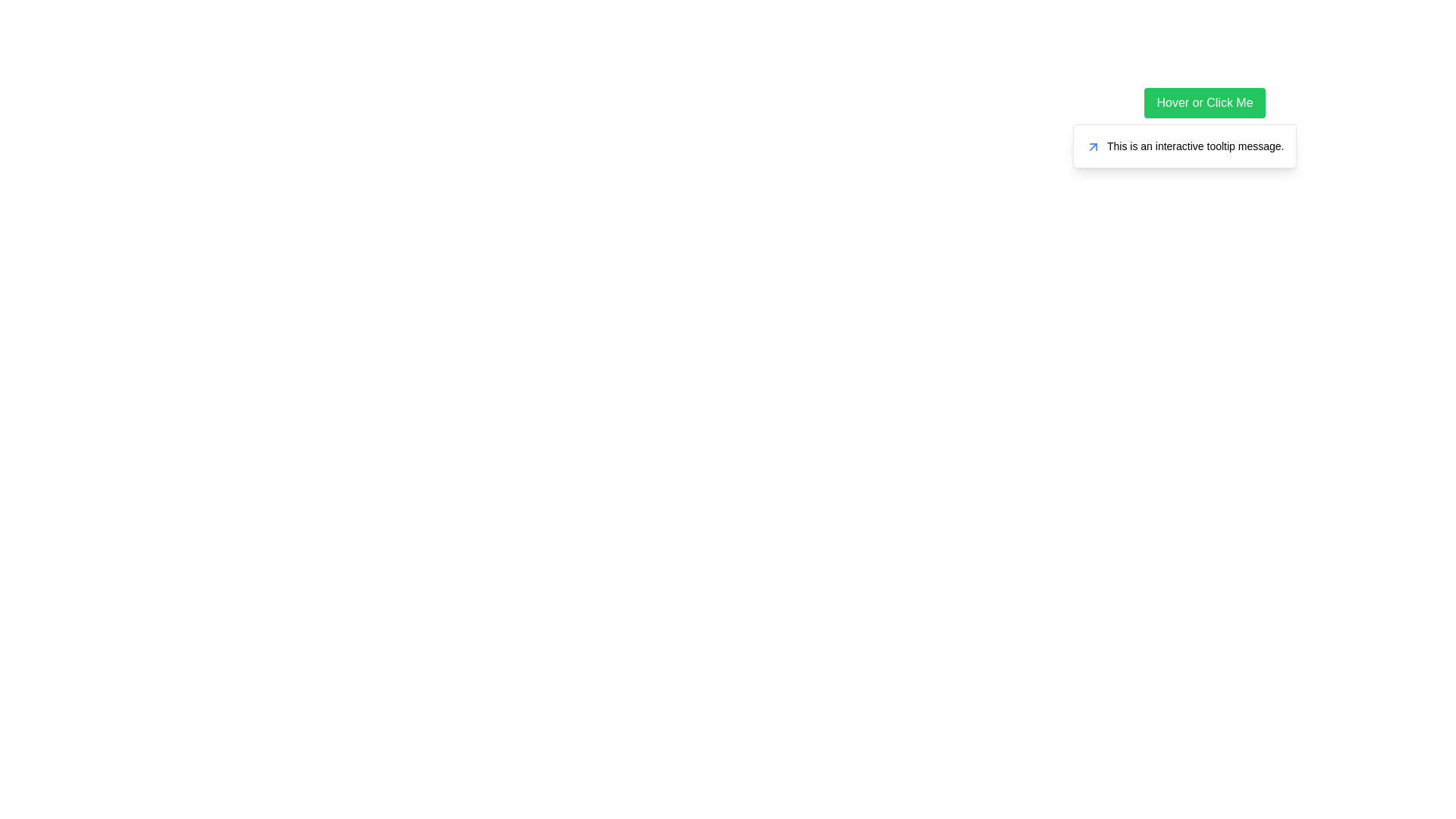 This screenshot has width=1456, height=819. What do you see at coordinates (1194, 146) in the screenshot?
I see `message displayed in the tooltip that states 'This is an interactive tooltip message.' This text label is styled with a small font size and is located within a tooltip box, horizontally aligned with other elements` at bounding box center [1194, 146].